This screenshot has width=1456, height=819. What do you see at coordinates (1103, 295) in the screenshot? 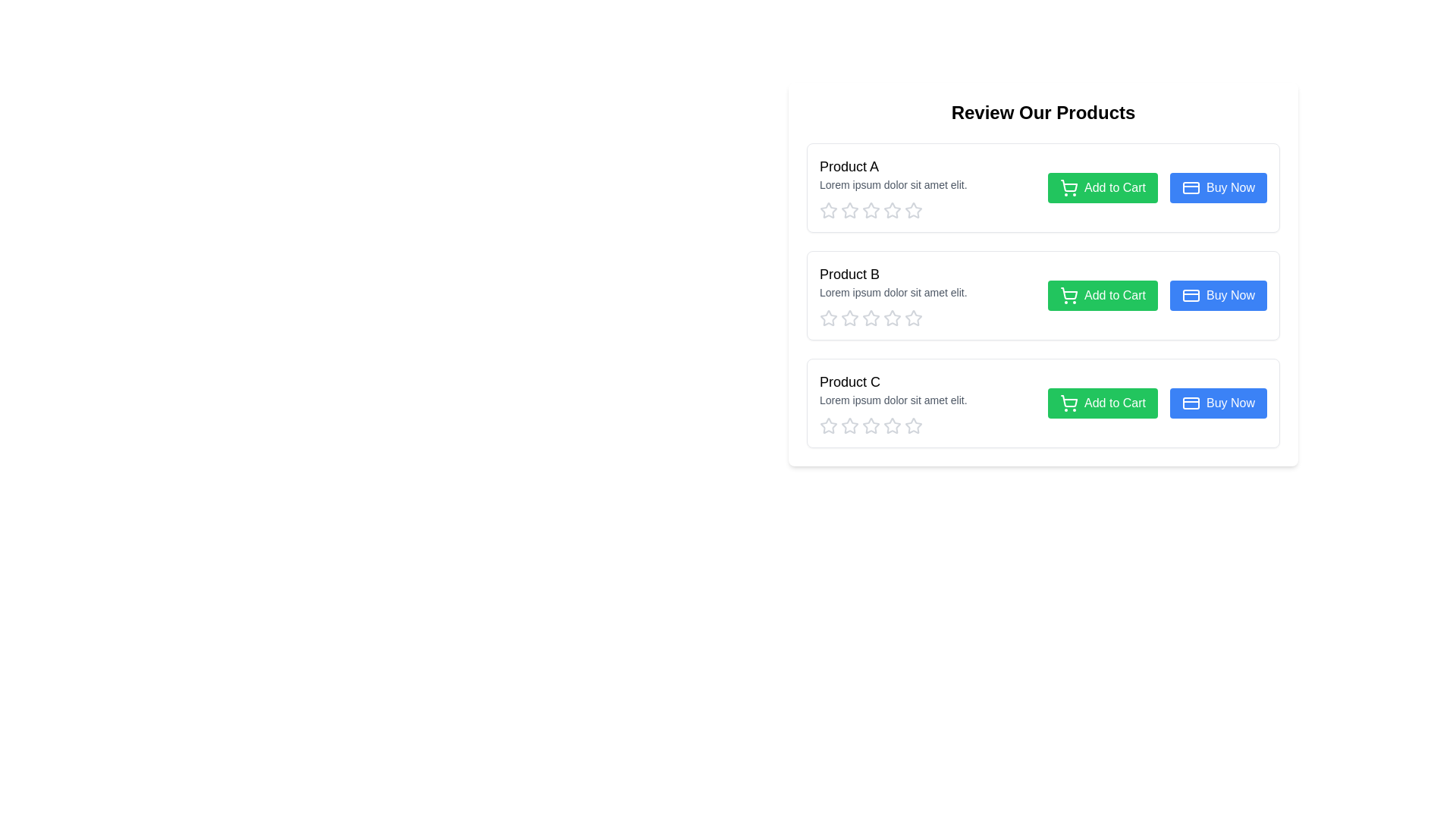
I see `the interactive button to add 'Product B' to the shopping cart, which is located below its title and description` at bounding box center [1103, 295].